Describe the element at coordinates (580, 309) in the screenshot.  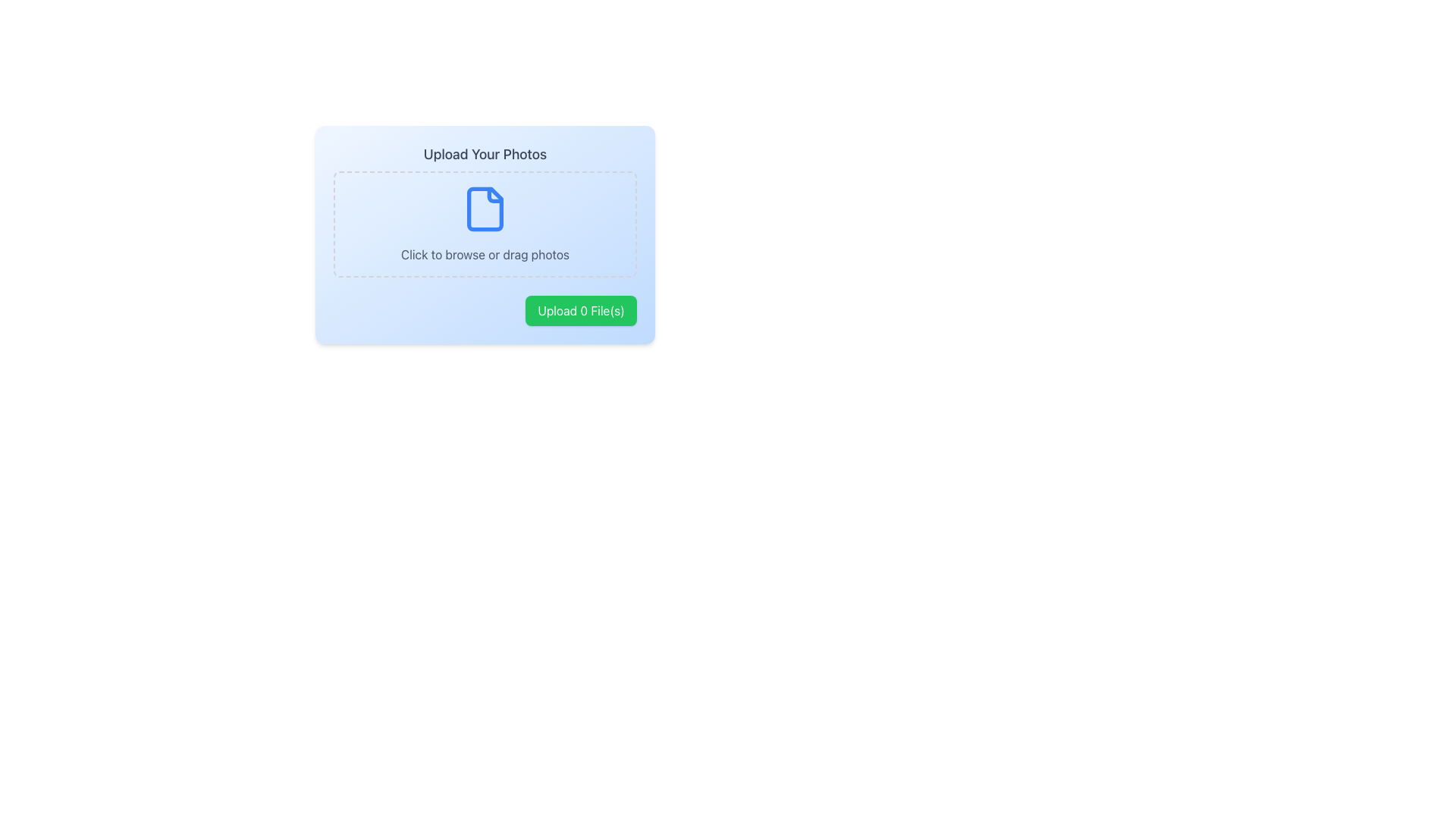
I see `the button located at the bottom-right corner of the 'Upload Your Photos' section to initiate the file upload process` at that location.